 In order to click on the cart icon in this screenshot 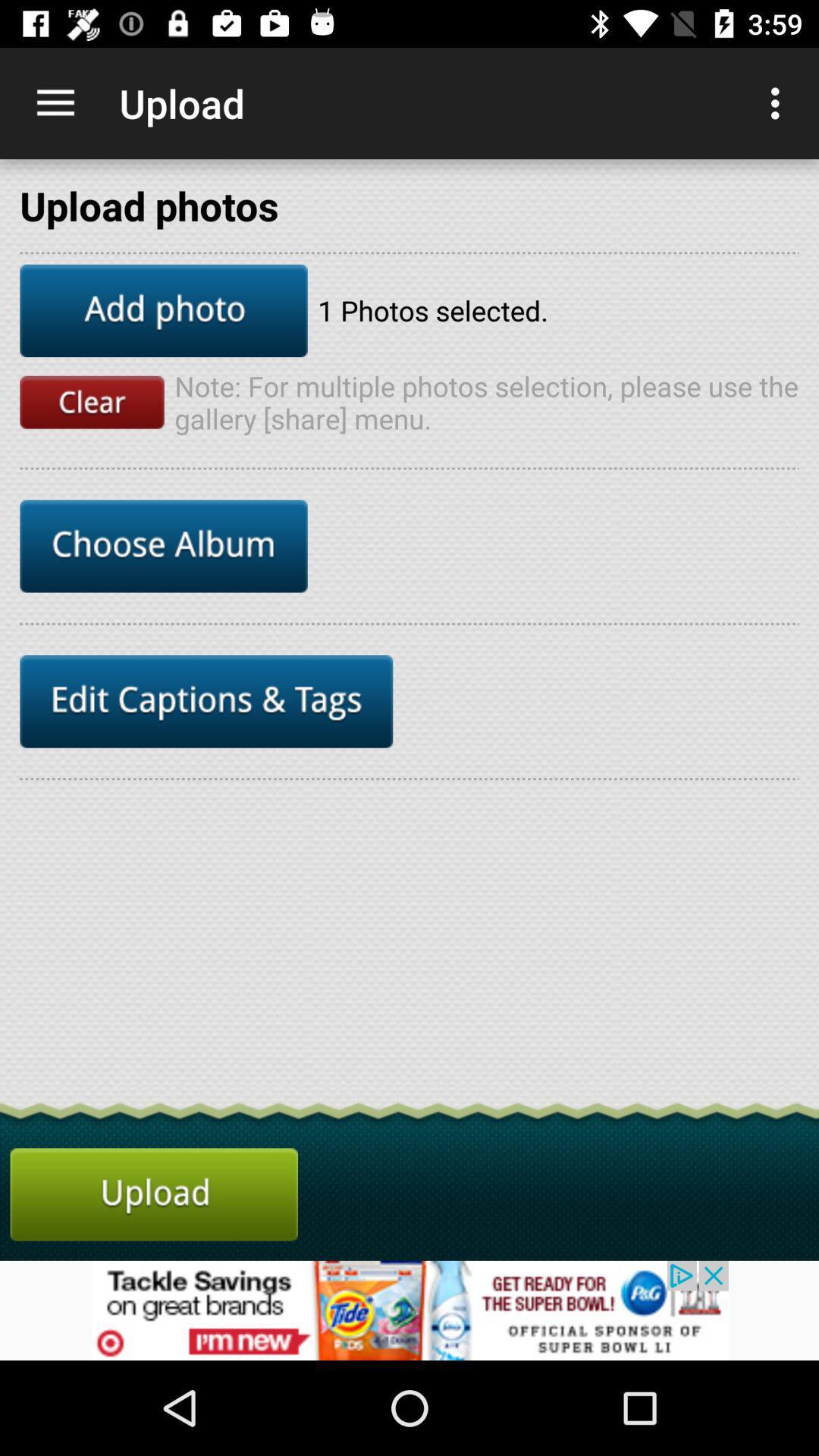, I will do `click(154, 1194)`.